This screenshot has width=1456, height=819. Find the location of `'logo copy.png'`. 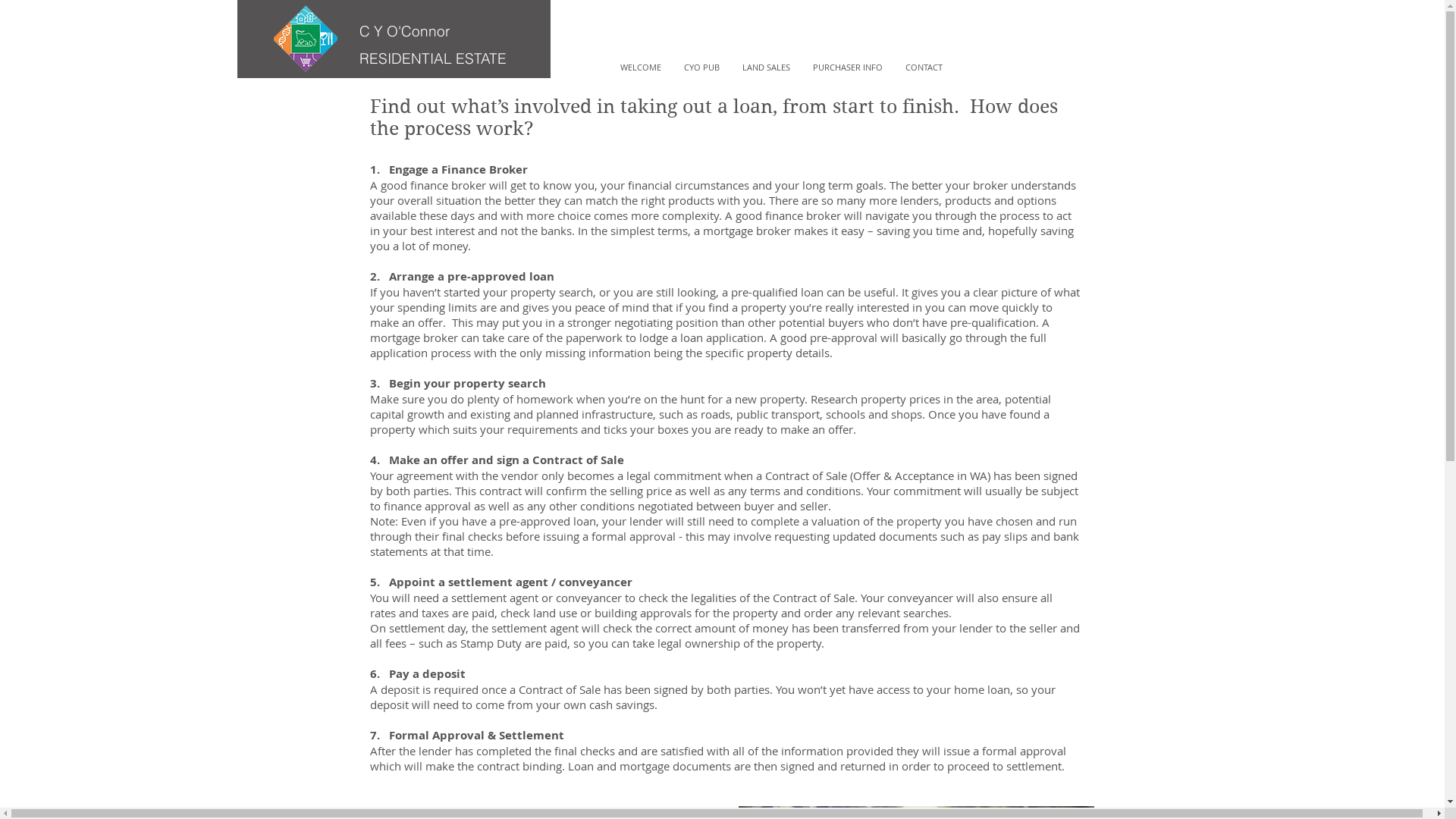

'logo copy.png' is located at coordinates (304, 37).